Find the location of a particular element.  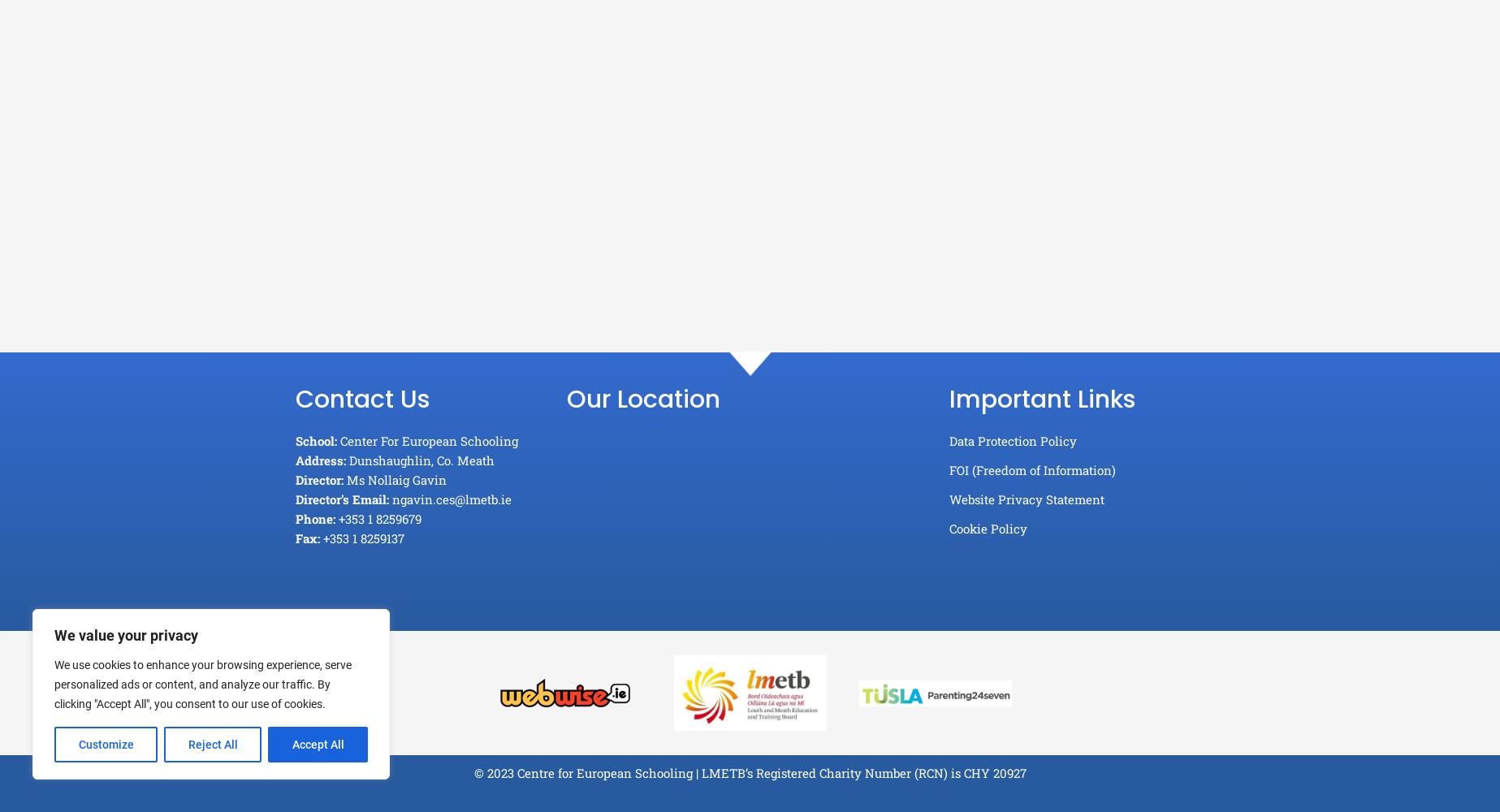

'Address:' is located at coordinates (319, 460).